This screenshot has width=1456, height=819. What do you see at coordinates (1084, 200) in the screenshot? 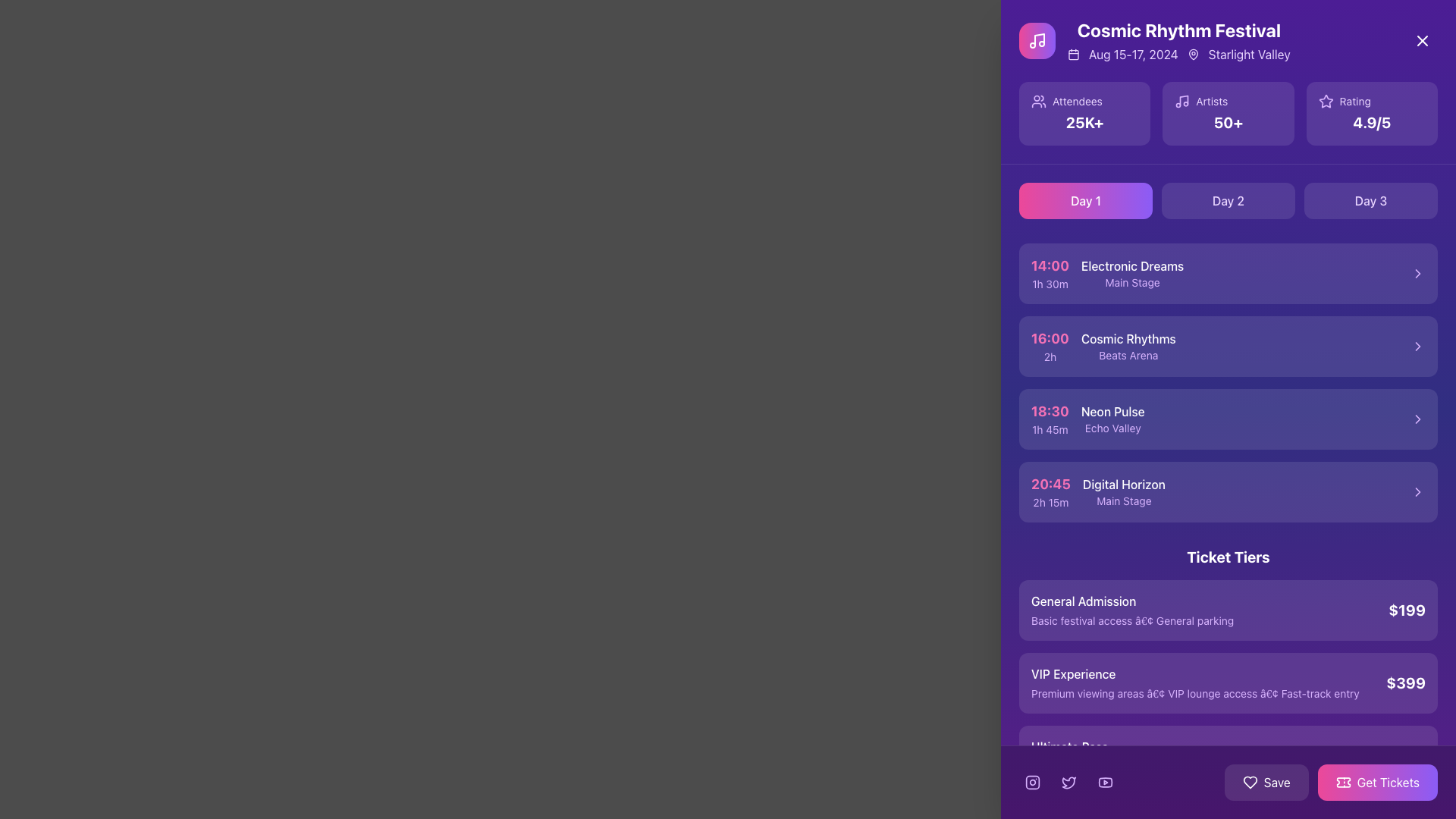
I see `the button labeled 'Day 1'` at bounding box center [1084, 200].